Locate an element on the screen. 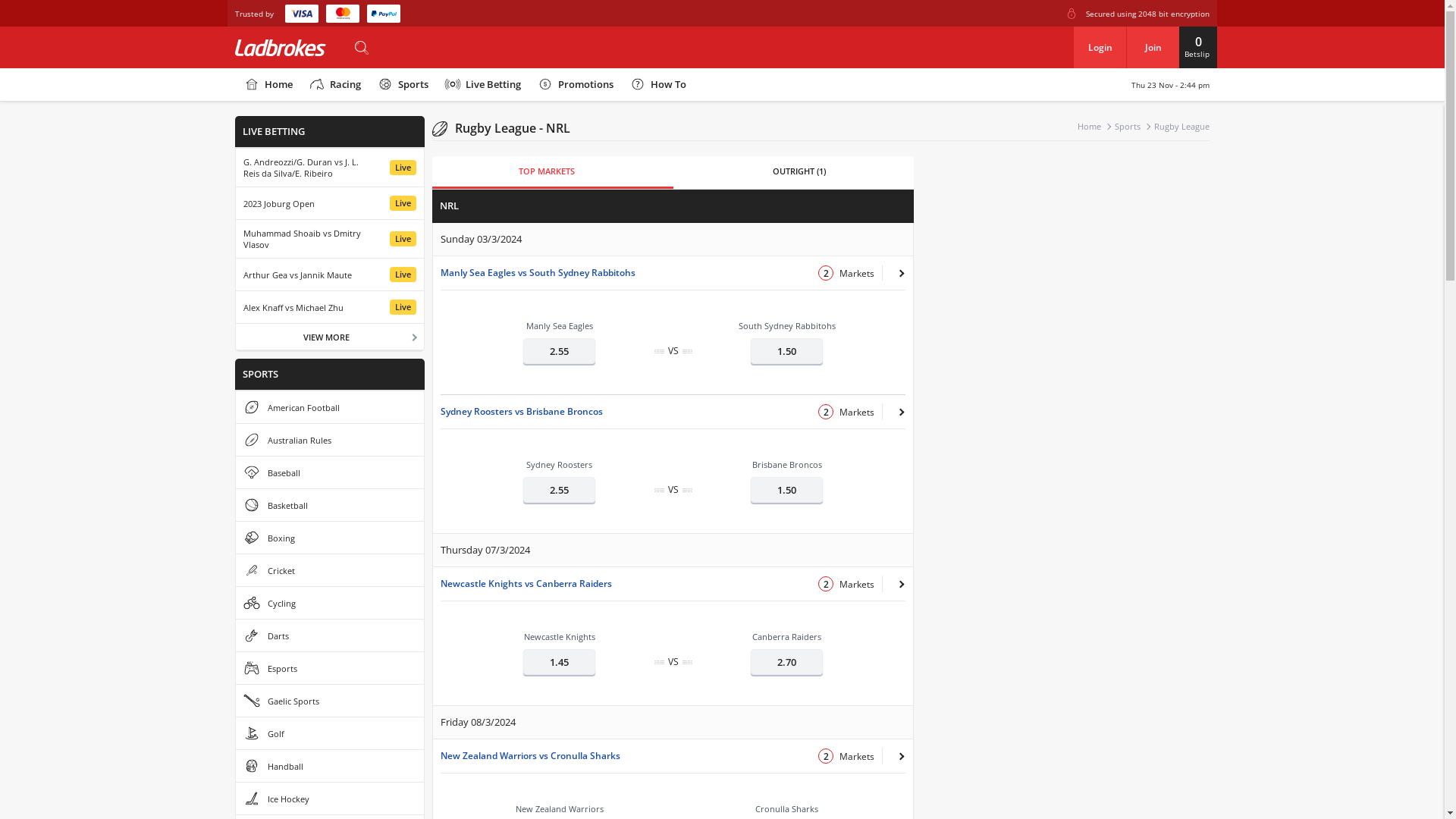 The width and height of the screenshot is (1456, 819). '2023 Joburg Open is located at coordinates (329, 202).